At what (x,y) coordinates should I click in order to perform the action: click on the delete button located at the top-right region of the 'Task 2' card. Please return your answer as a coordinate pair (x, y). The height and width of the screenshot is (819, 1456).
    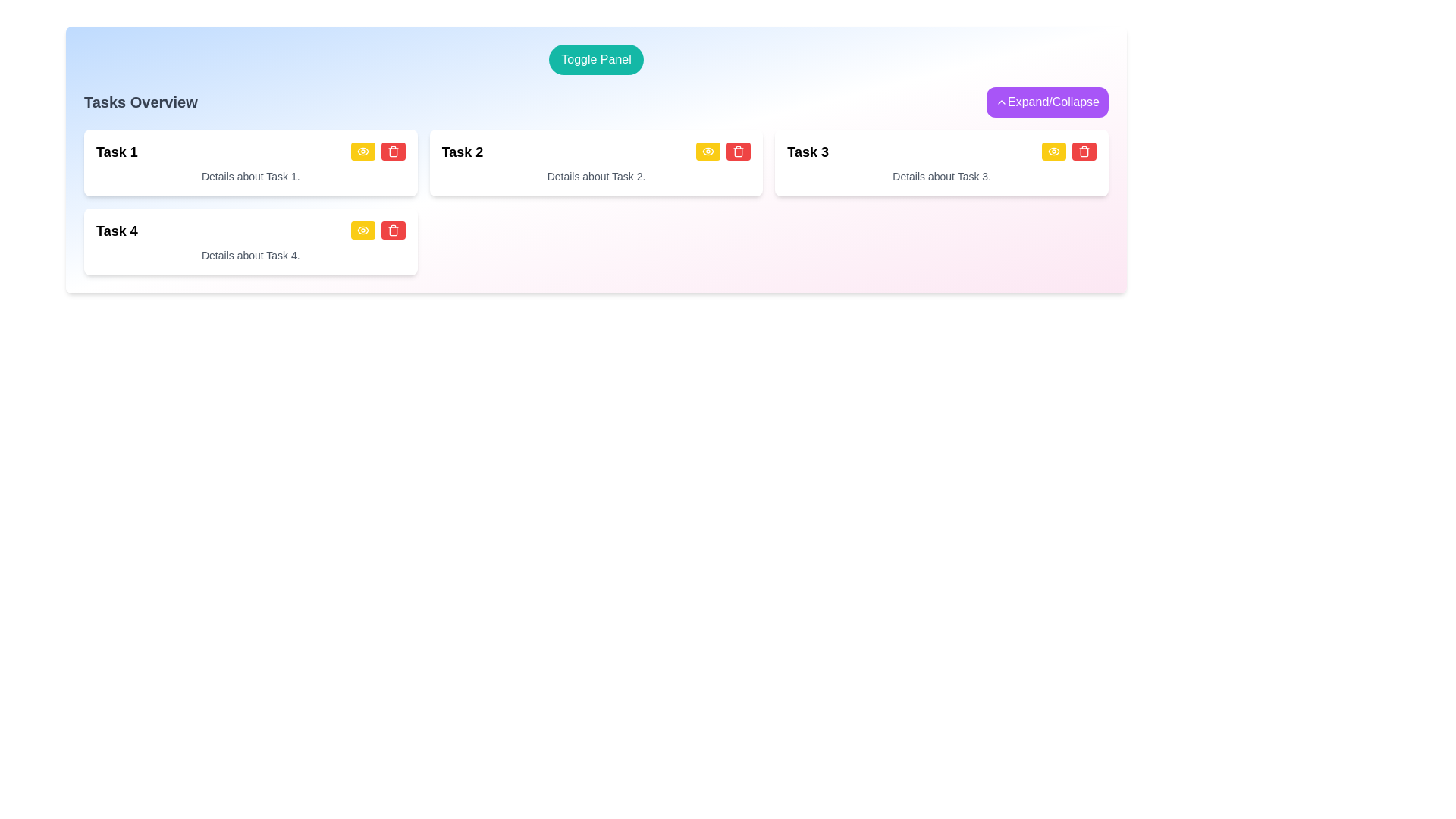
    Looking at the image, I should click on (739, 151).